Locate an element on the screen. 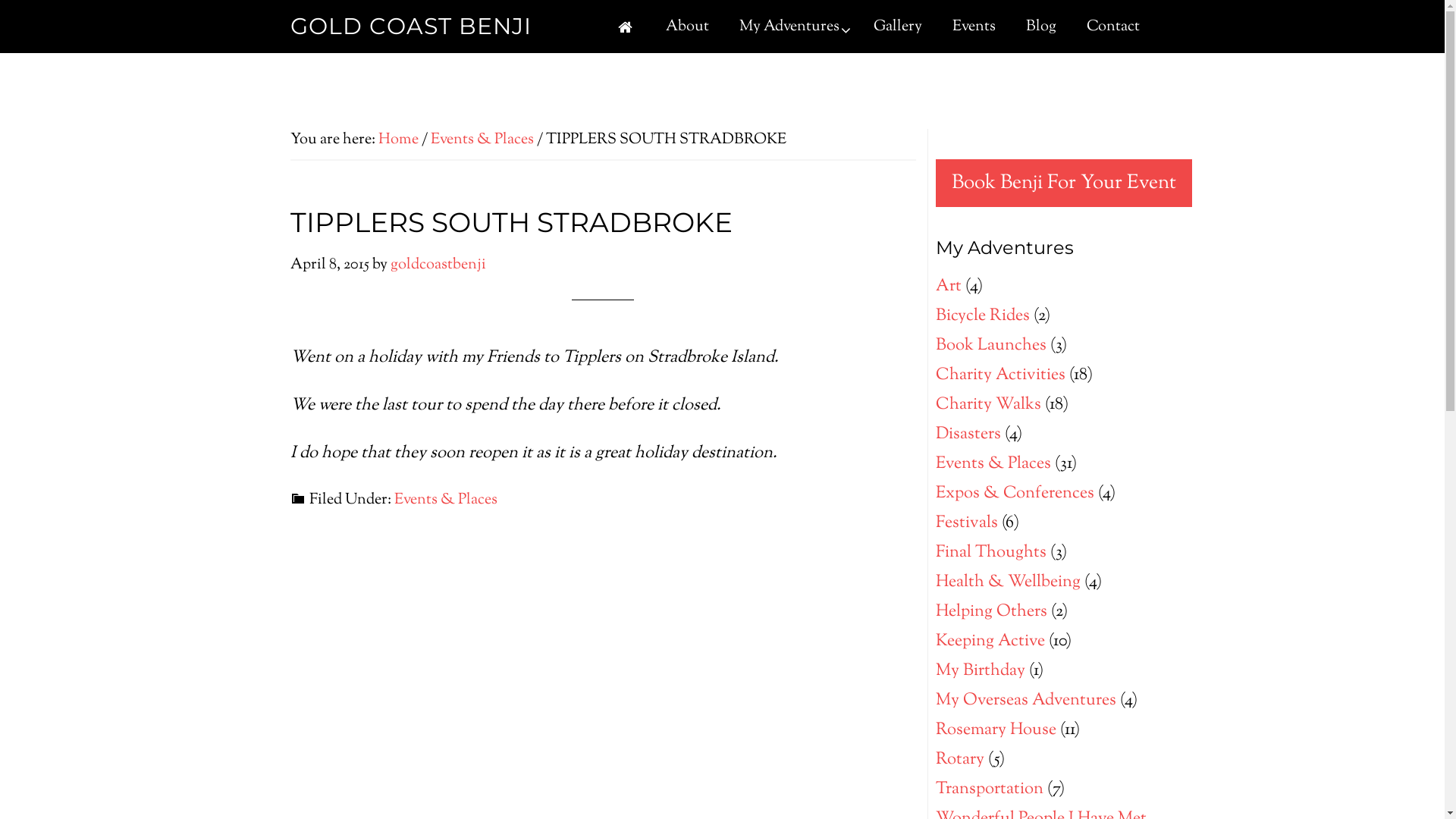  'Events' is located at coordinates (974, 27).